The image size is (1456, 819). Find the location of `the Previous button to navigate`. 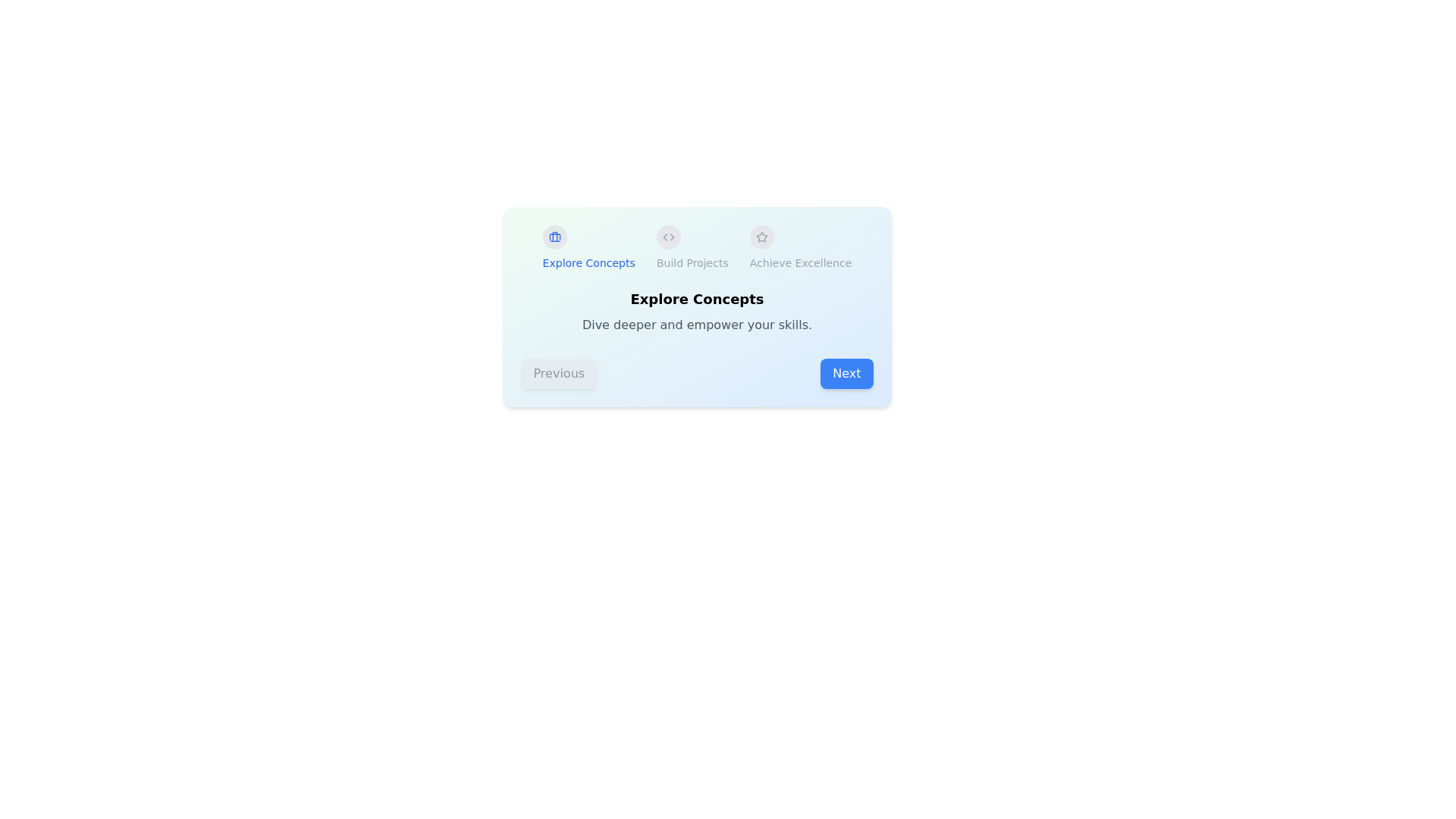

the Previous button to navigate is located at coordinates (558, 374).